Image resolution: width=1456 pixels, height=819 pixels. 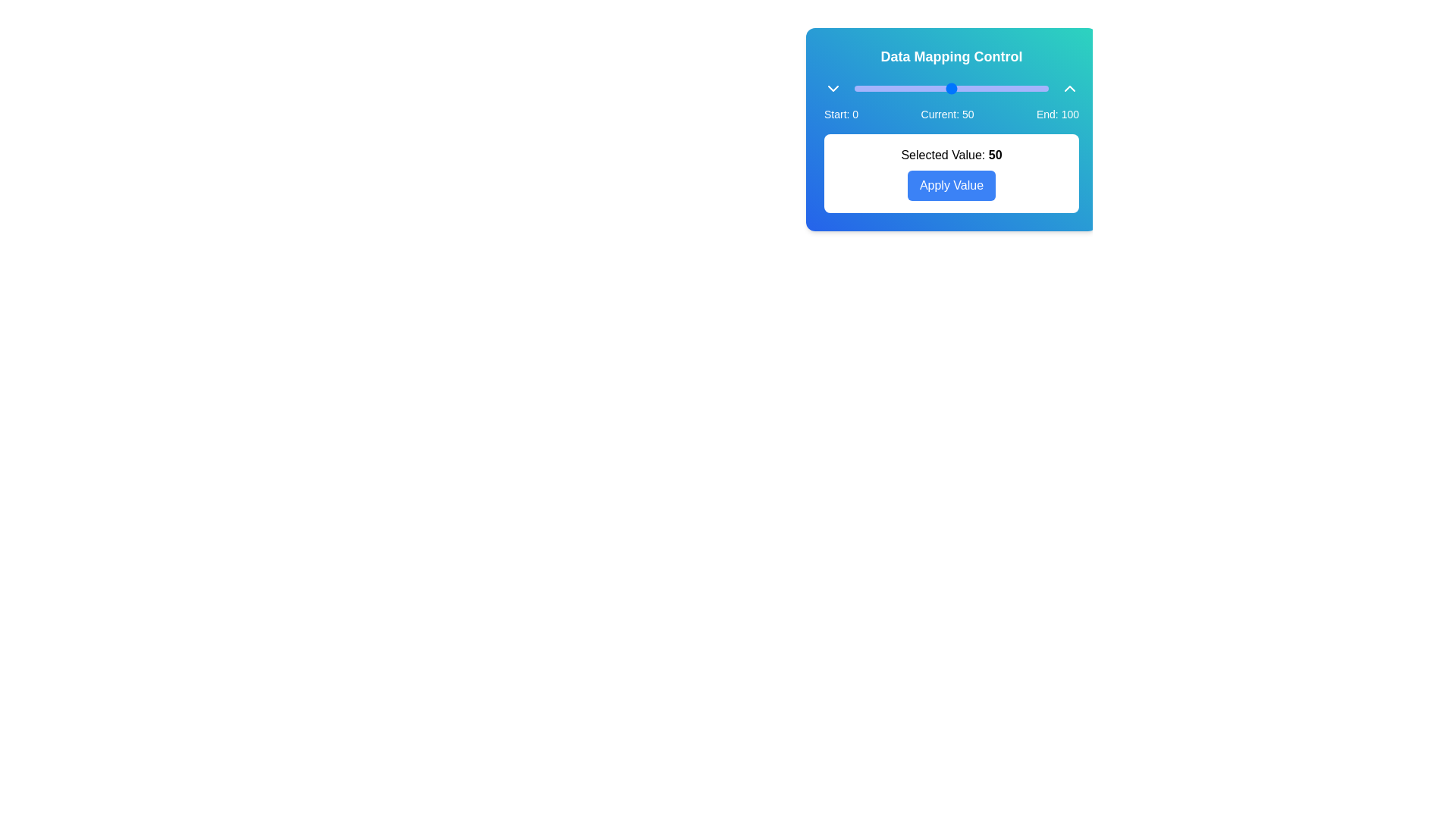 What do you see at coordinates (1056, 113) in the screenshot?
I see `the static text label indicating the end point of the range, which is set to '100', located near the upper-right corner of the component` at bounding box center [1056, 113].